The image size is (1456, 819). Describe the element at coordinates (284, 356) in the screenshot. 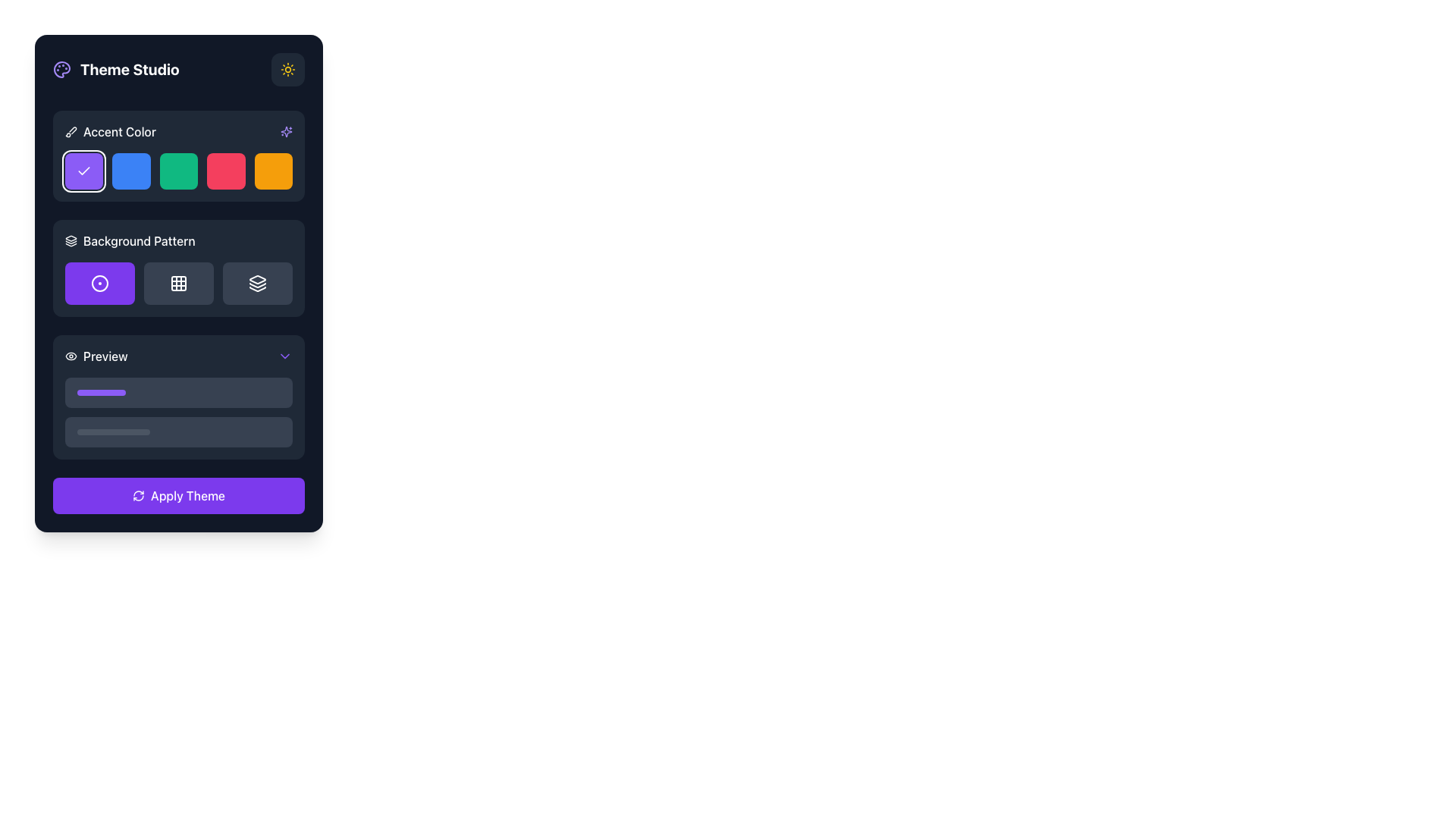

I see `the Chevron icon located in the 'Preview' section` at that location.